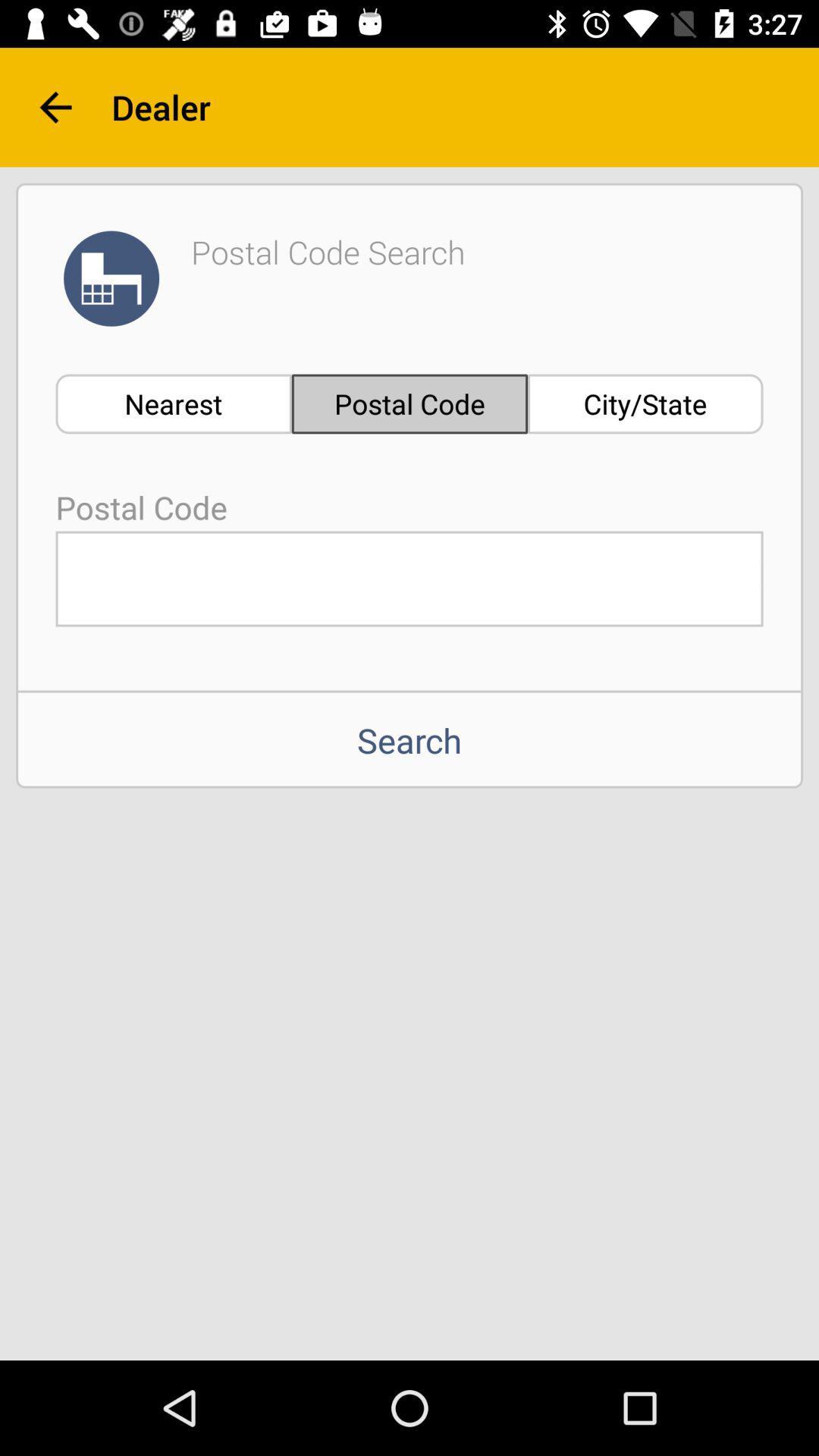 The image size is (819, 1456). Describe the element at coordinates (173, 403) in the screenshot. I see `the nearest icon` at that location.